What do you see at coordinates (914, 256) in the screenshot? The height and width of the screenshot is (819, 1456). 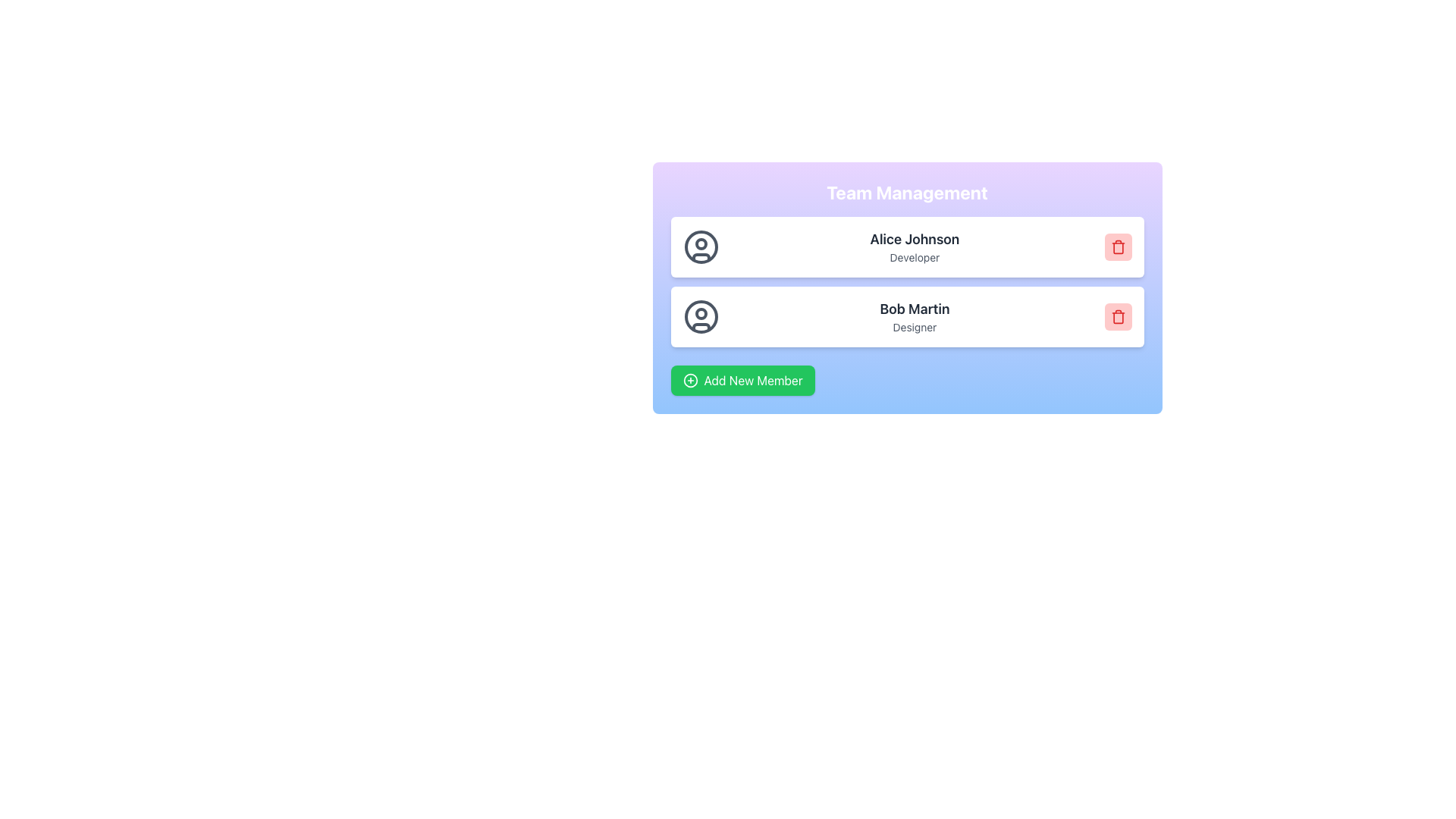 I see `the static text label displaying 'Developer', located below the name label 'Alice Johnson' in the 'Team Management' section` at bounding box center [914, 256].